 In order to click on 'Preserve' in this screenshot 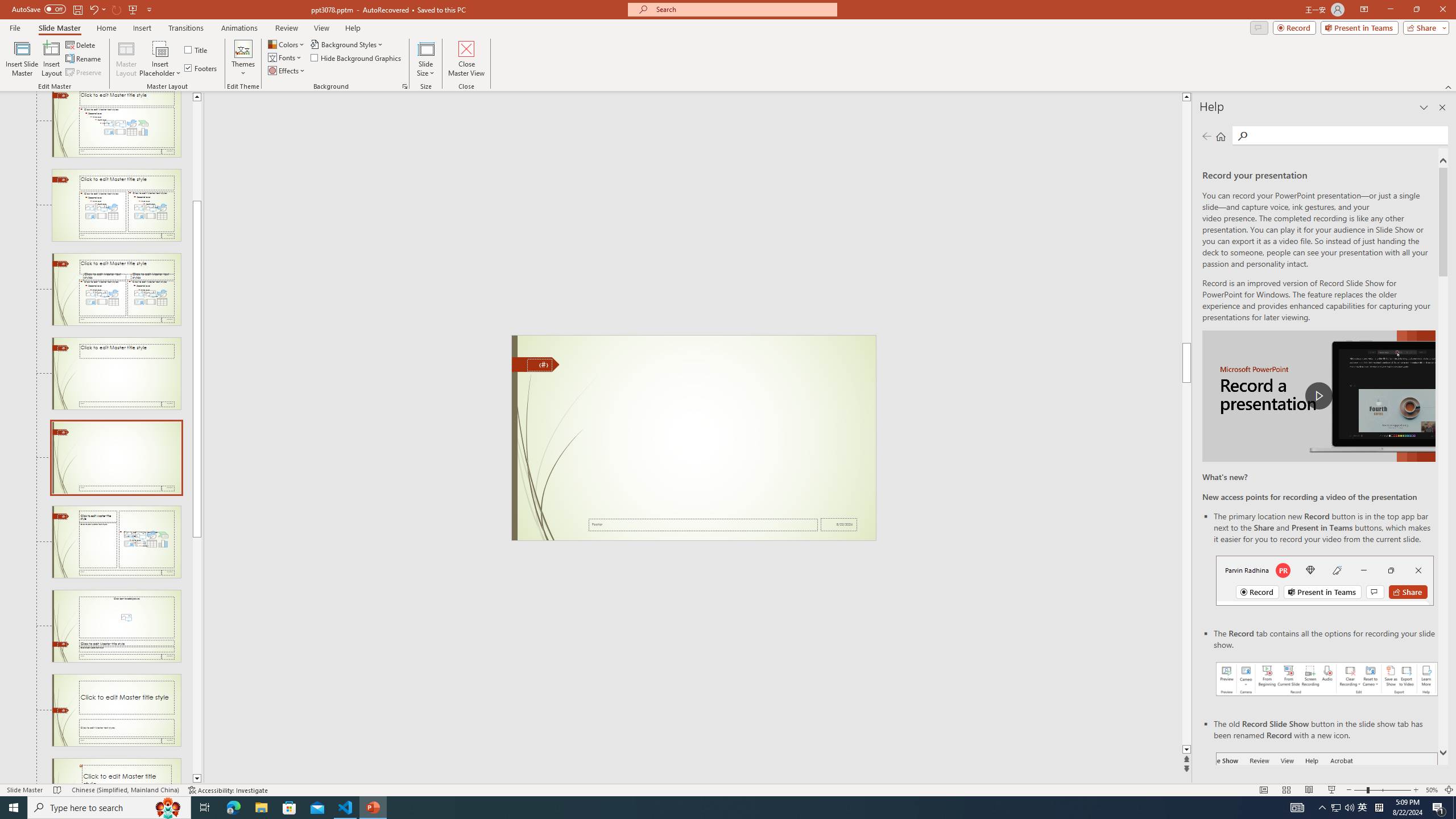, I will do `click(84, 72)`.